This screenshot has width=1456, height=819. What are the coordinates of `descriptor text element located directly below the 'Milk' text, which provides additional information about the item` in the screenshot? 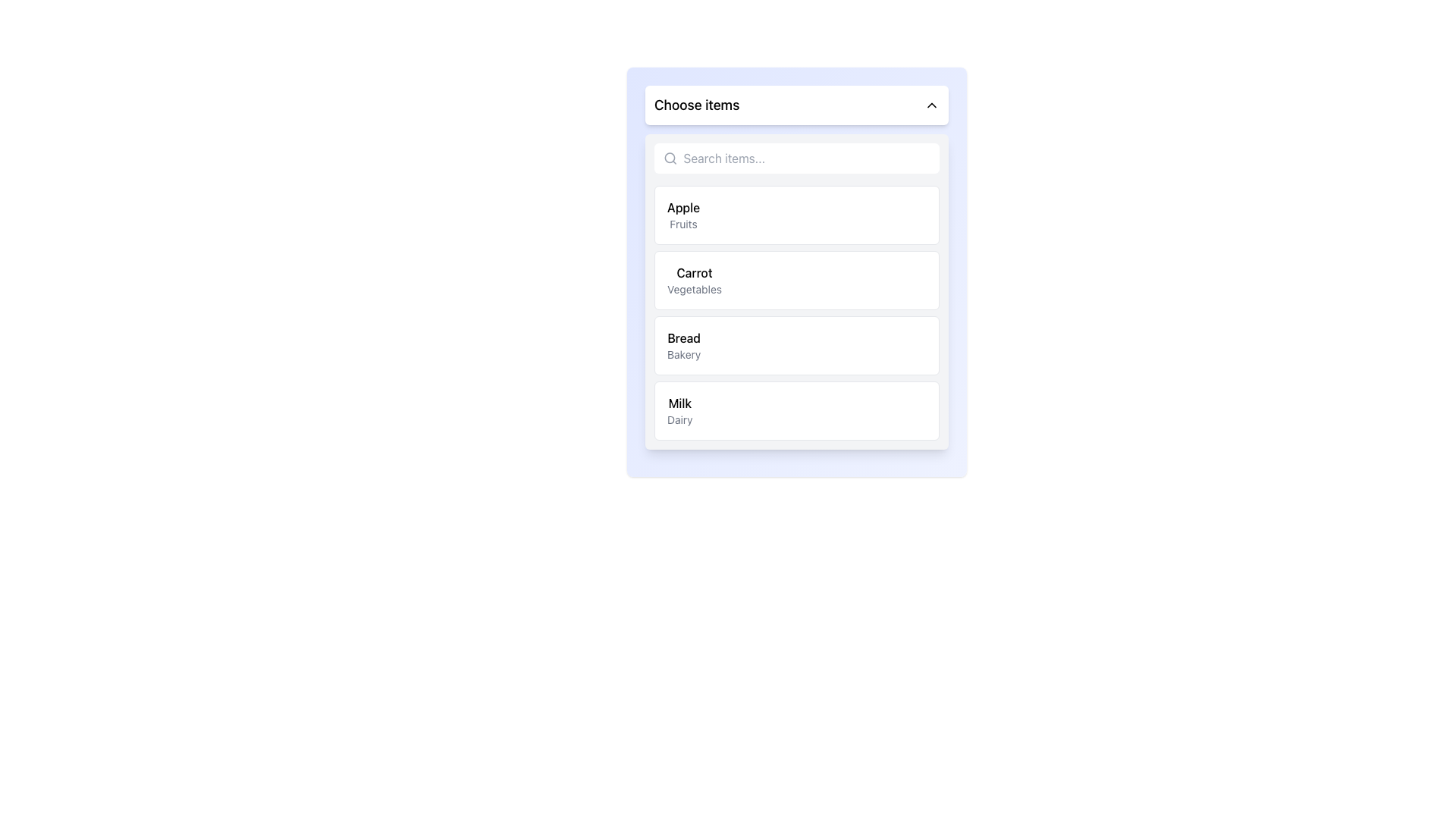 It's located at (679, 420).